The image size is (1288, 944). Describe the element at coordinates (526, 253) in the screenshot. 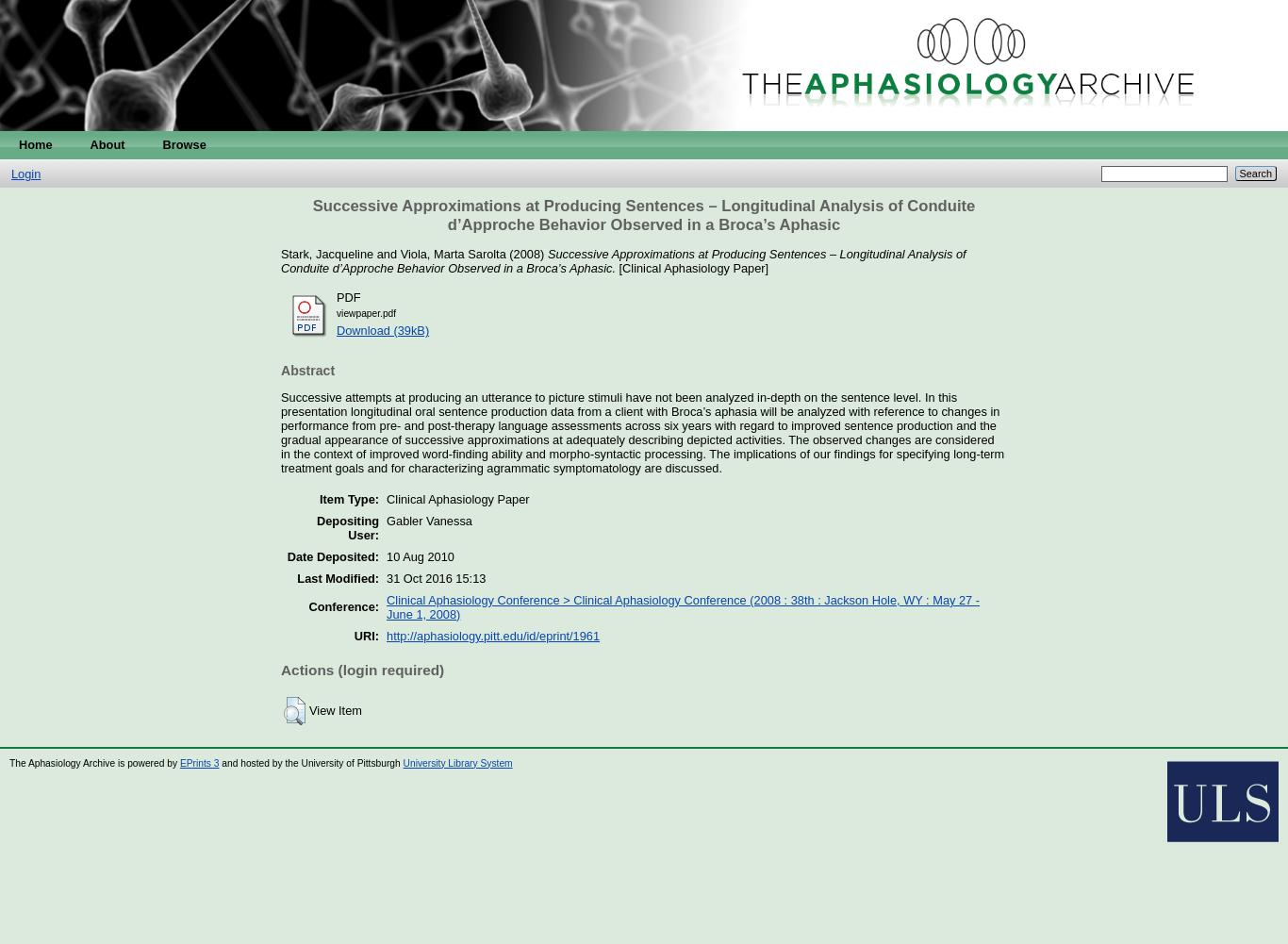

I see `'(2008)'` at that location.